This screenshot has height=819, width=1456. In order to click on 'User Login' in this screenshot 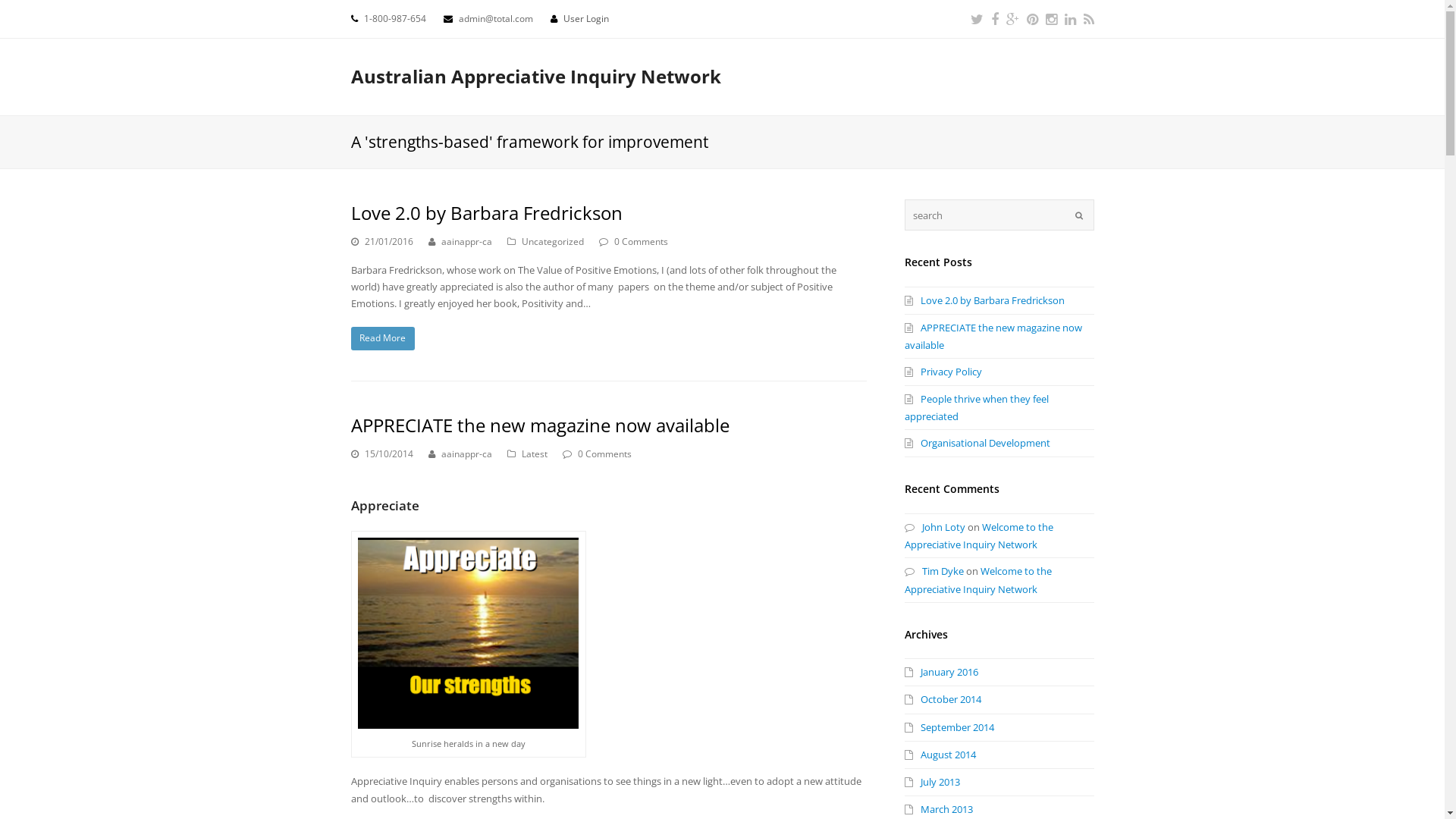, I will do `click(585, 18)`.